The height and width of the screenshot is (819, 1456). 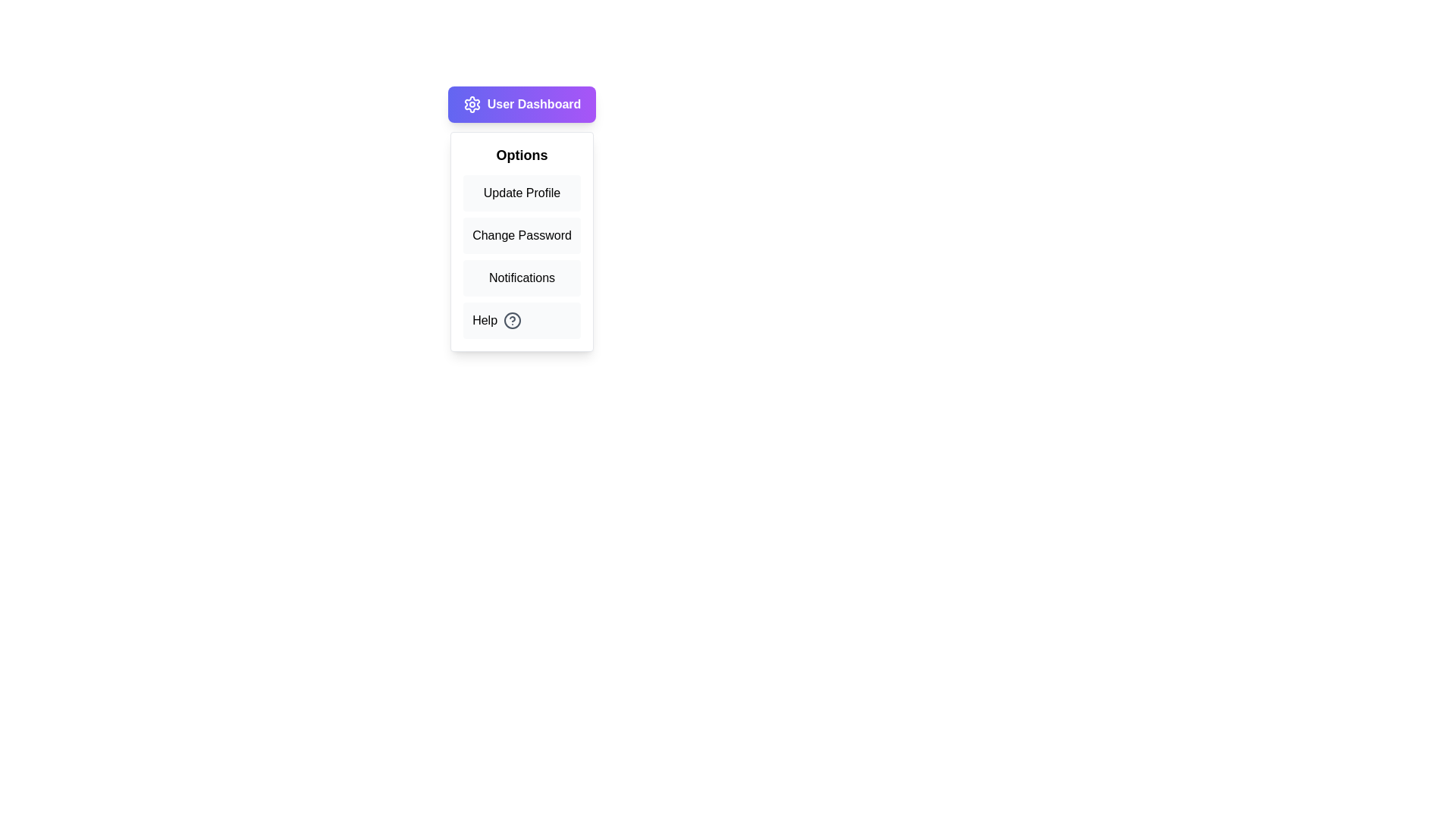 I want to click on the text element Notifications to select its text, so click(x=522, y=278).